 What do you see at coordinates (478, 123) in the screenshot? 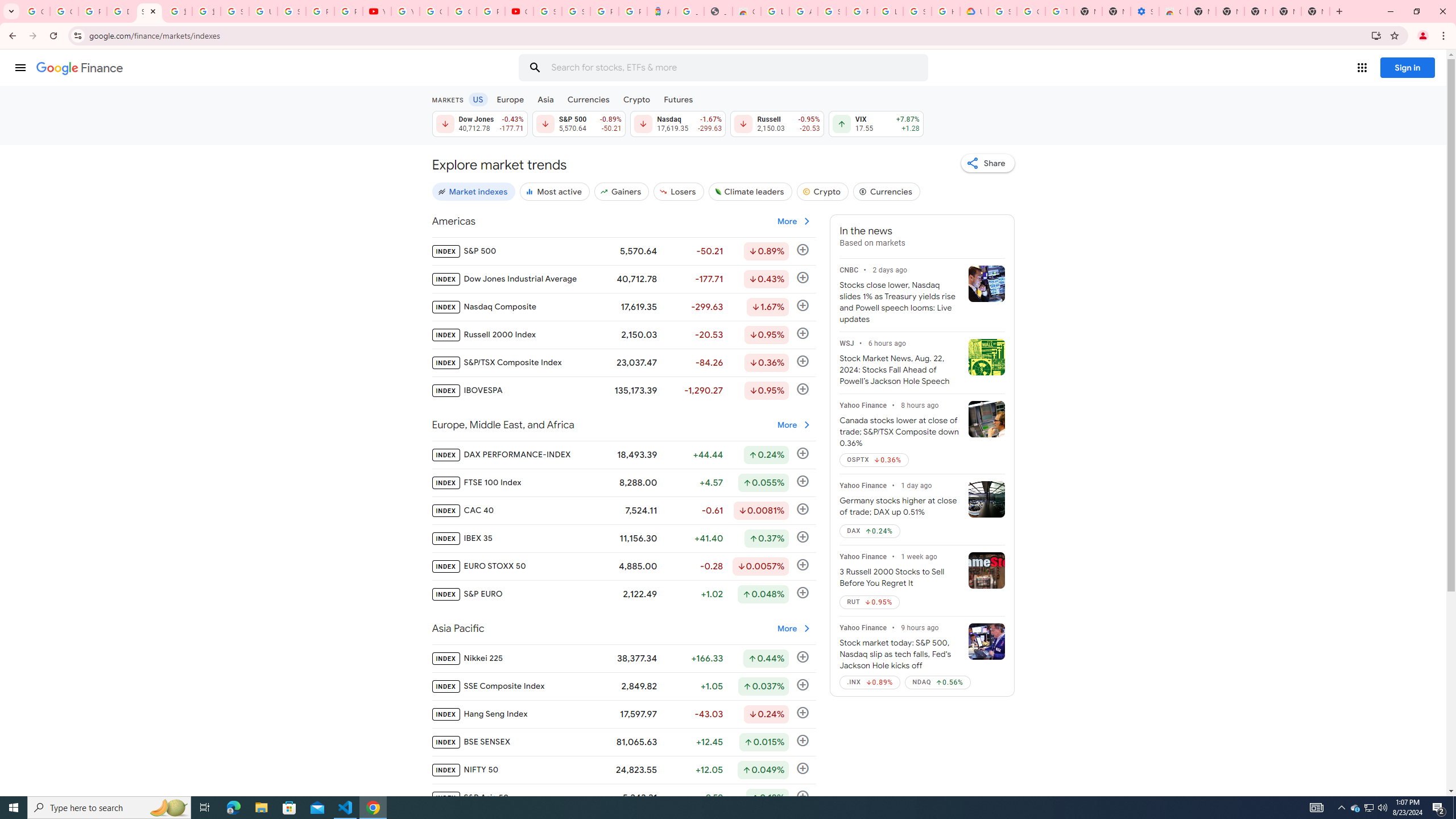
I see `'Dow Jones 40,712.78 Down by 0.43% -177.71'` at bounding box center [478, 123].